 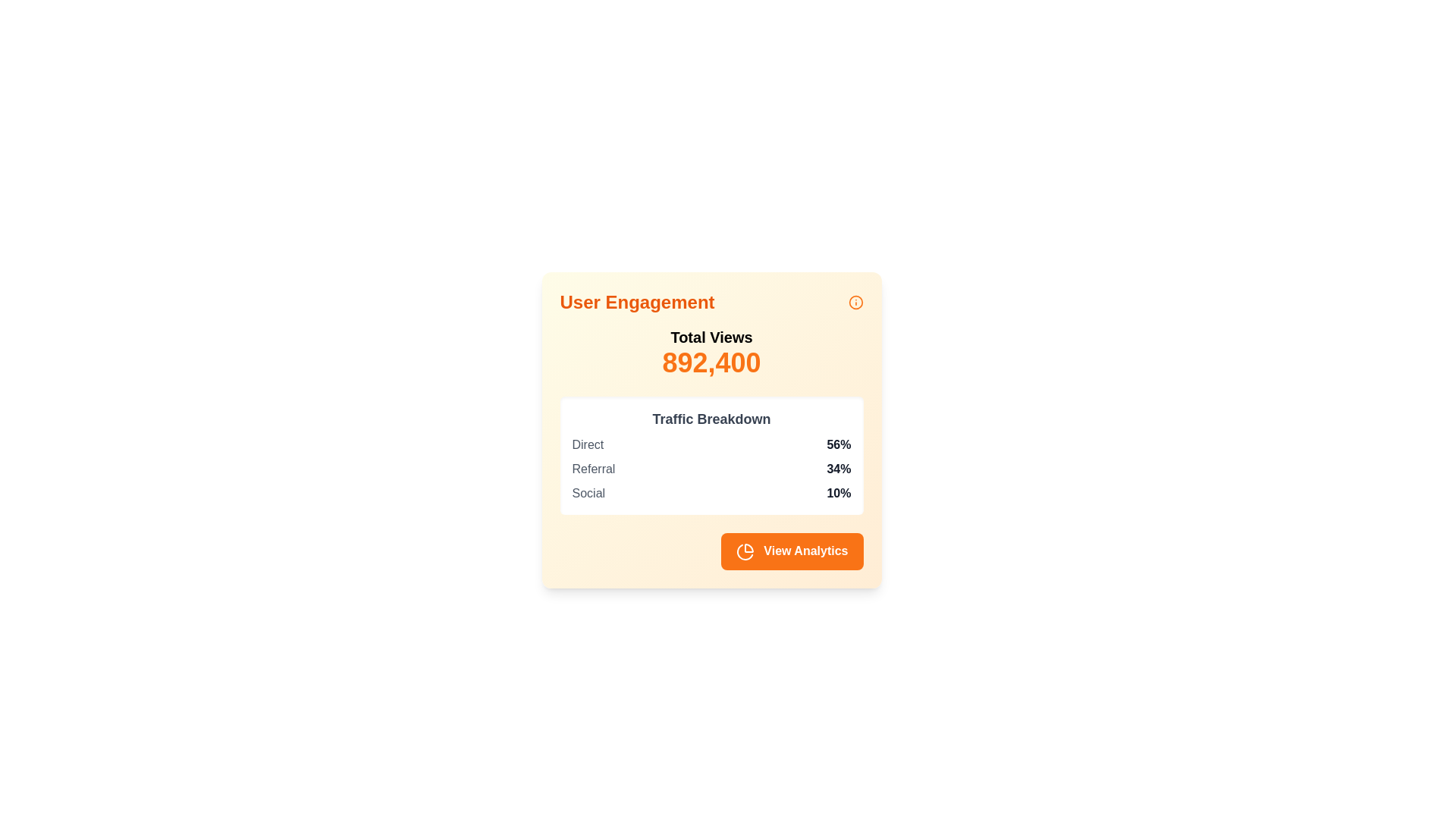 I want to click on the Text Header element that provides context for the traffic sources section, located within a white box below the total views count, so click(x=711, y=419).